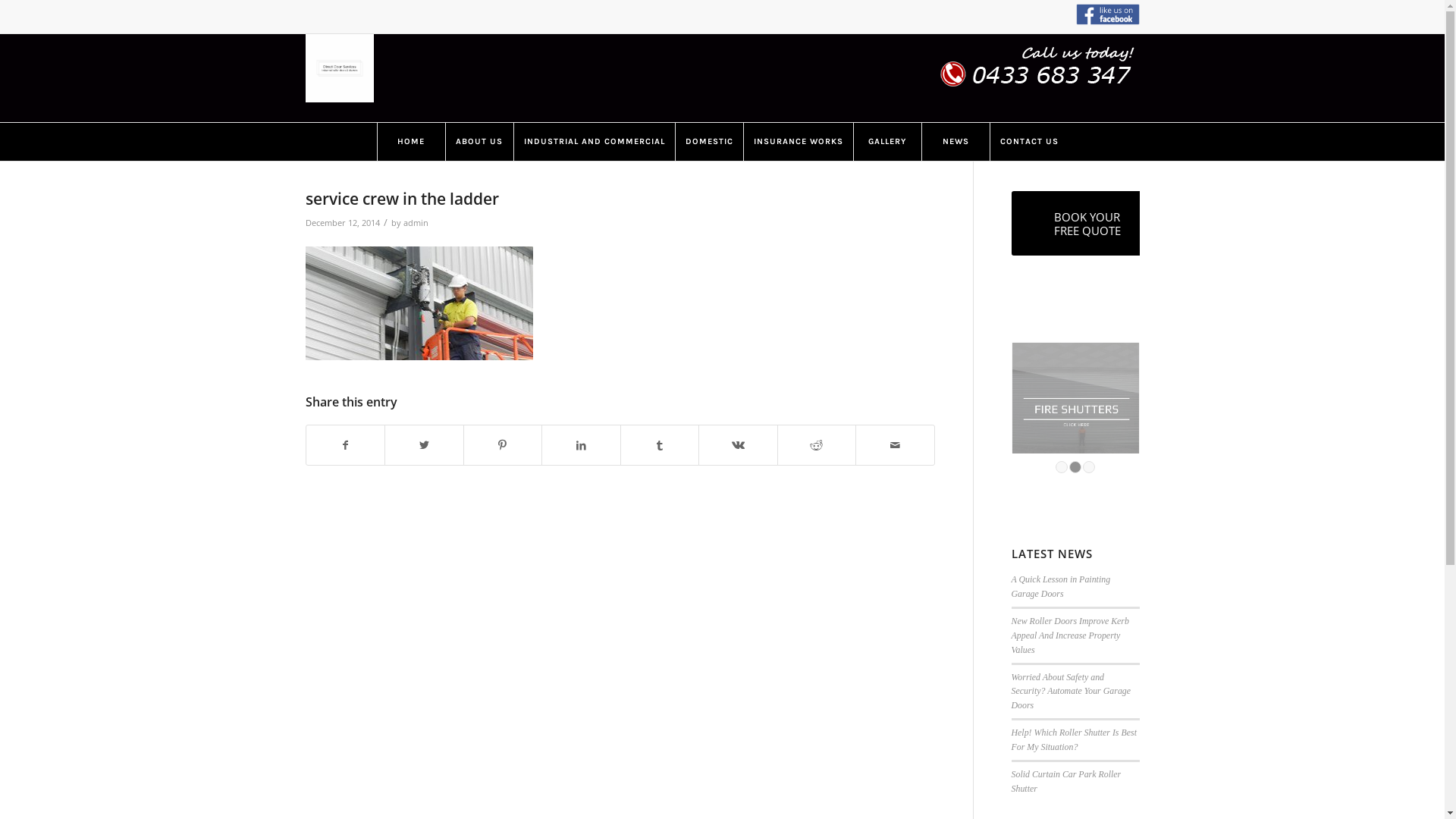  What do you see at coordinates (477, 141) in the screenshot?
I see `'ABOUT US'` at bounding box center [477, 141].